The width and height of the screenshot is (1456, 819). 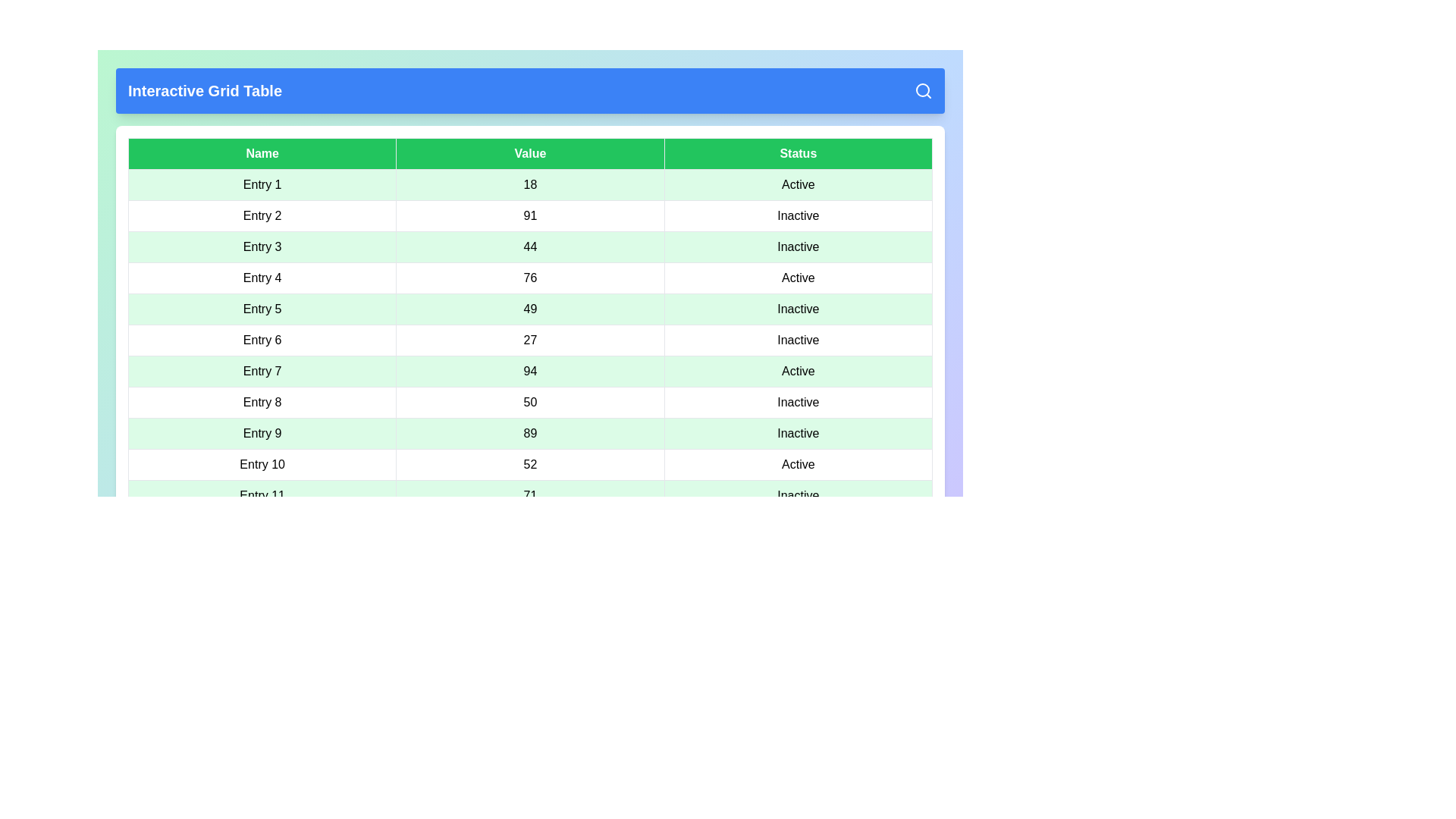 What do you see at coordinates (796, 154) in the screenshot?
I see `the column header 'Status' to sort the table by that column` at bounding box center [796, 154].